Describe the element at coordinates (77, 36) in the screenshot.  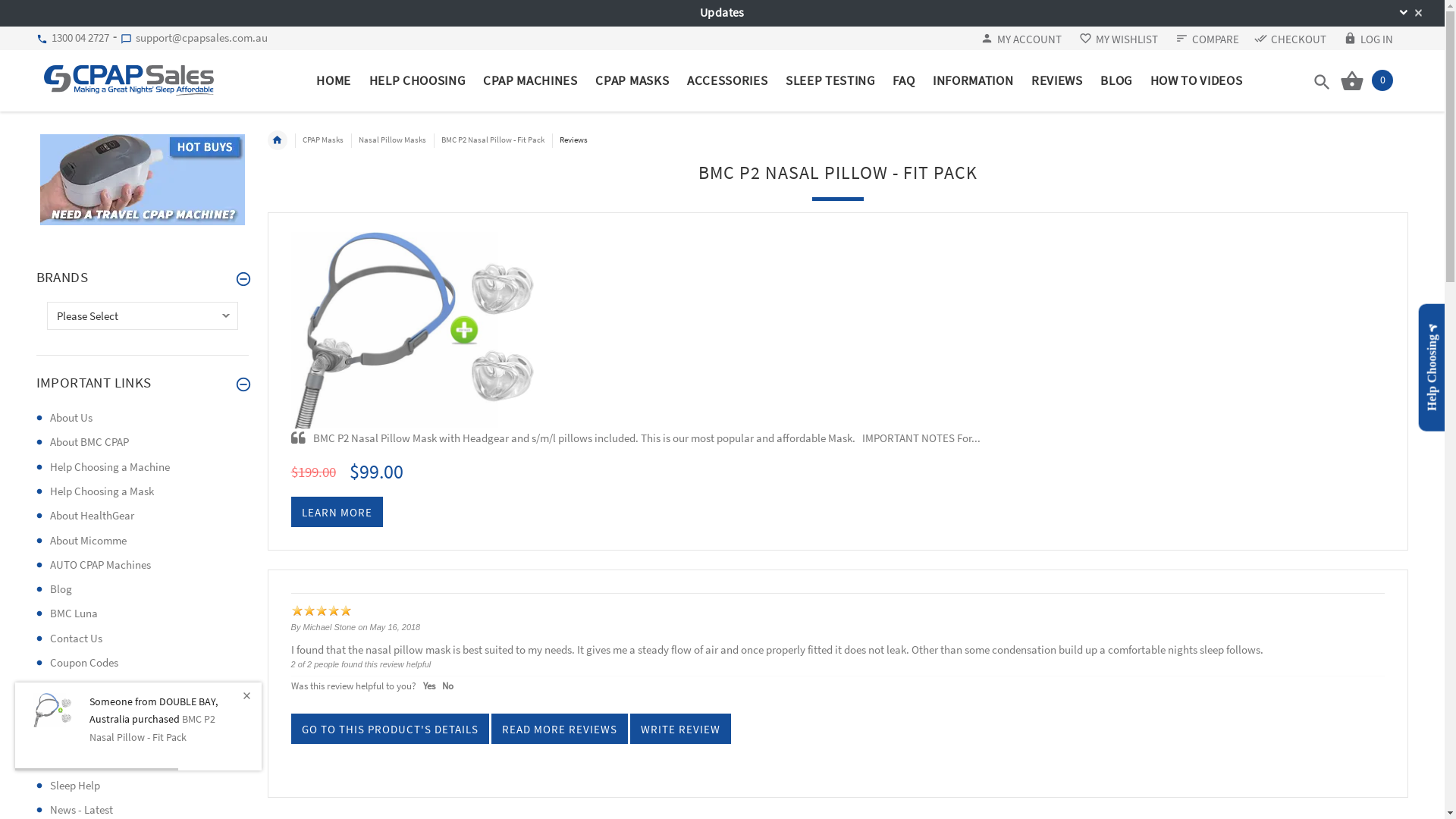
I see `'1300 04 2727'` at that location.